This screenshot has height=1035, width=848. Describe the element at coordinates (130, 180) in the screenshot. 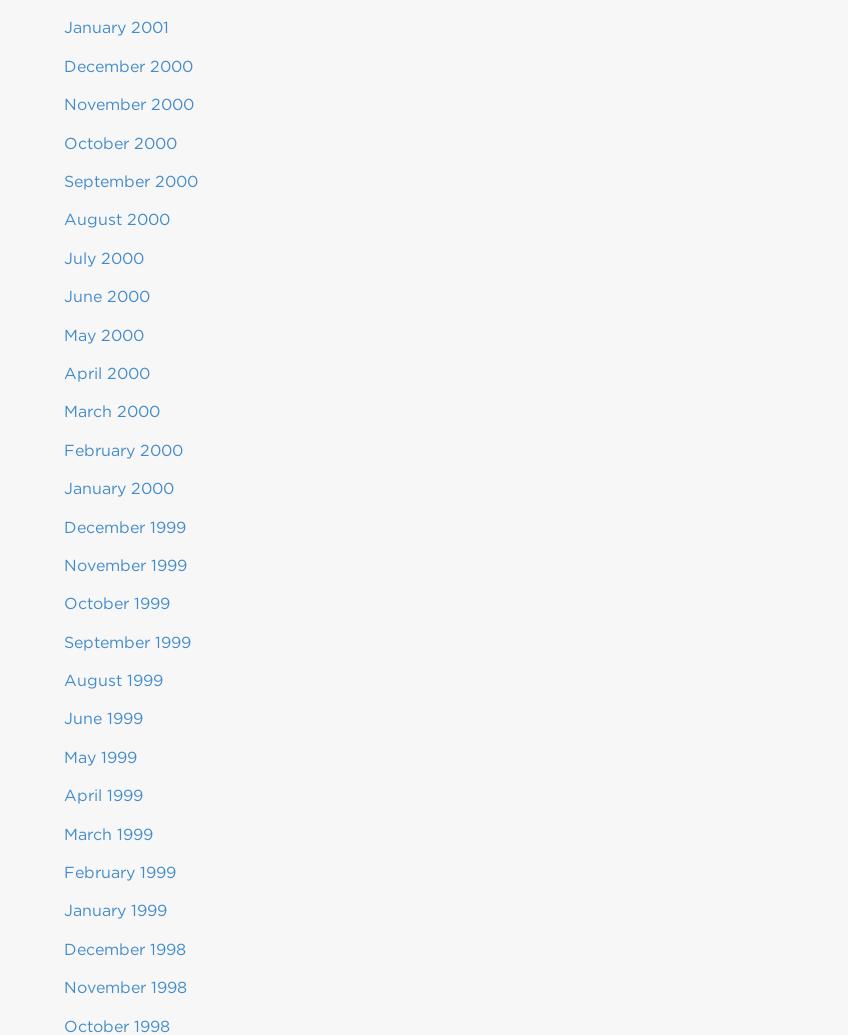

I see `'September 2000'` at that location.